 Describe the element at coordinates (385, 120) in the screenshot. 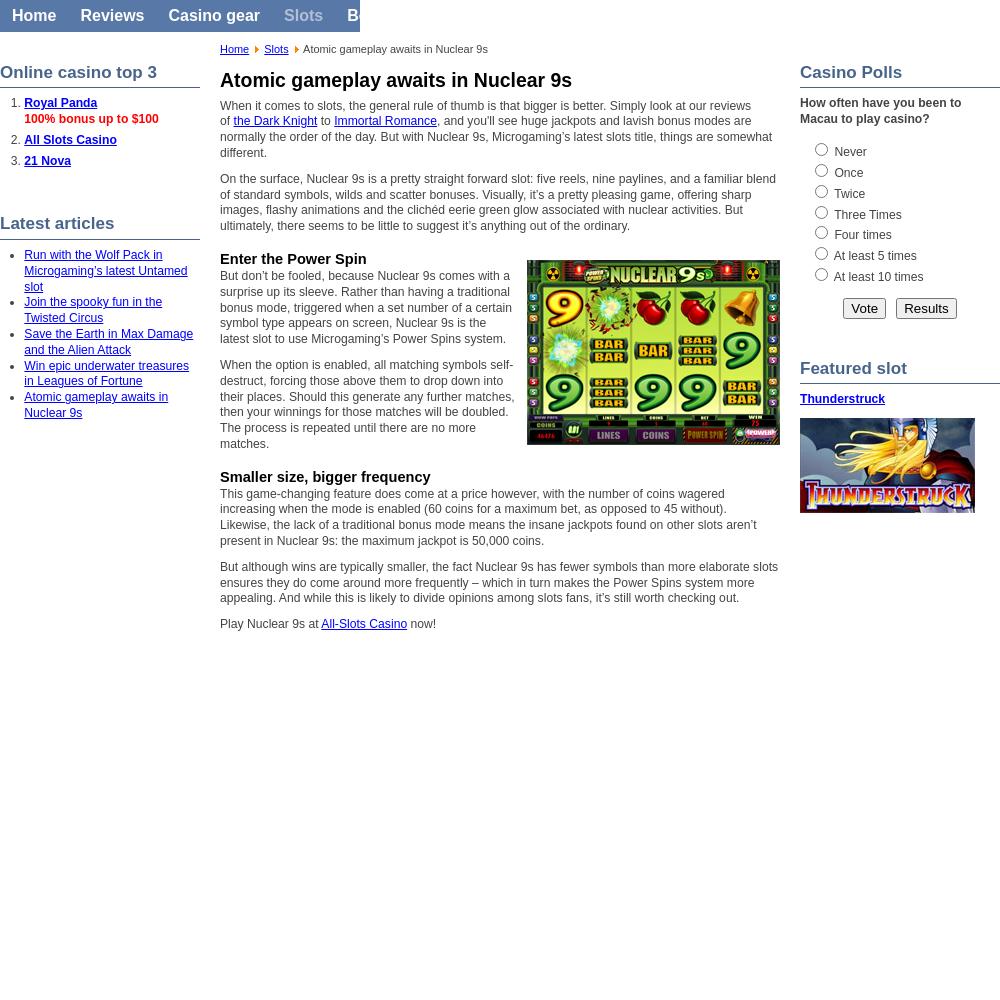

I see `'Immortal Romance'` at that location.